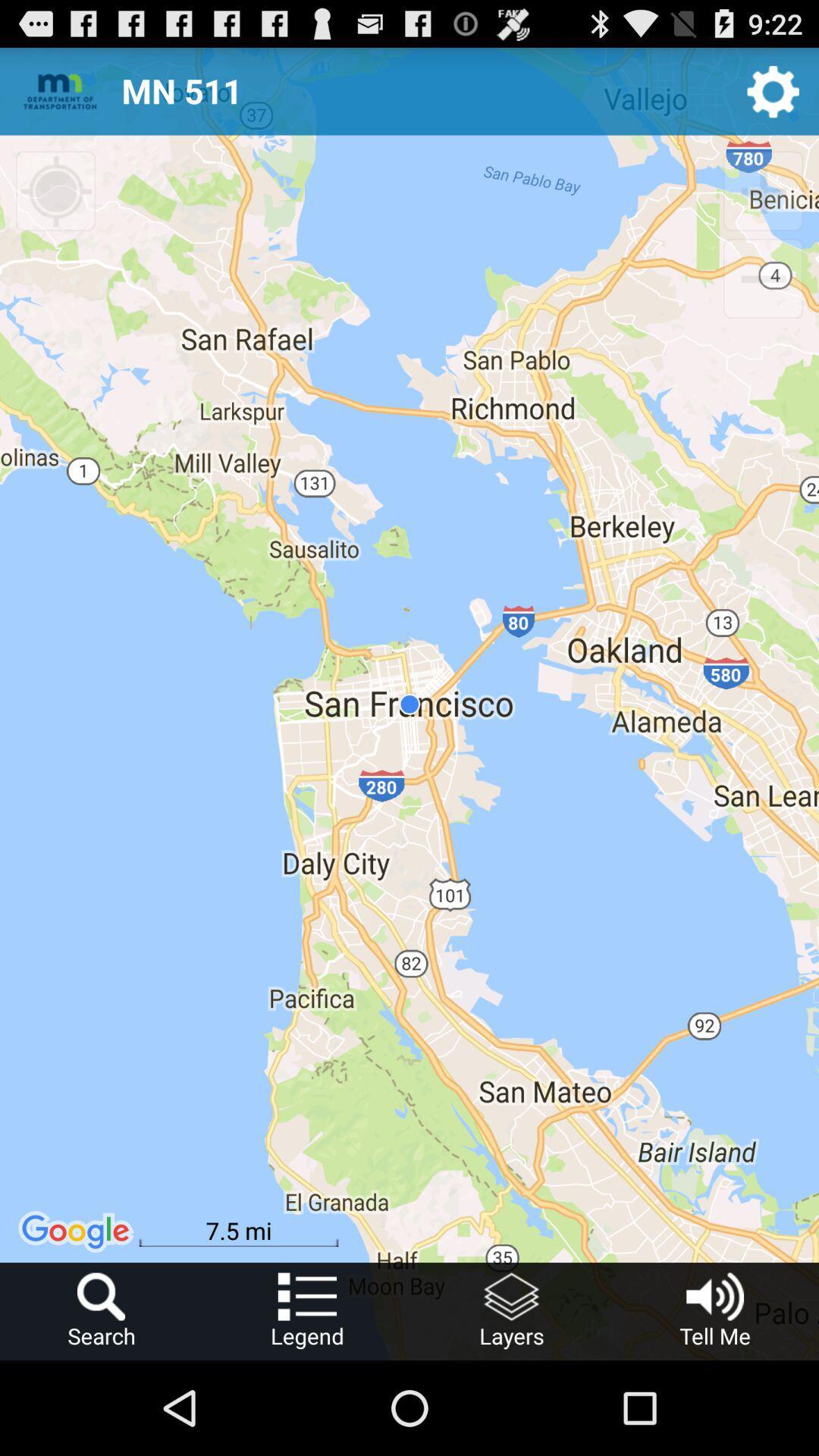  I want to click on the item at the center, so click(409, 703).